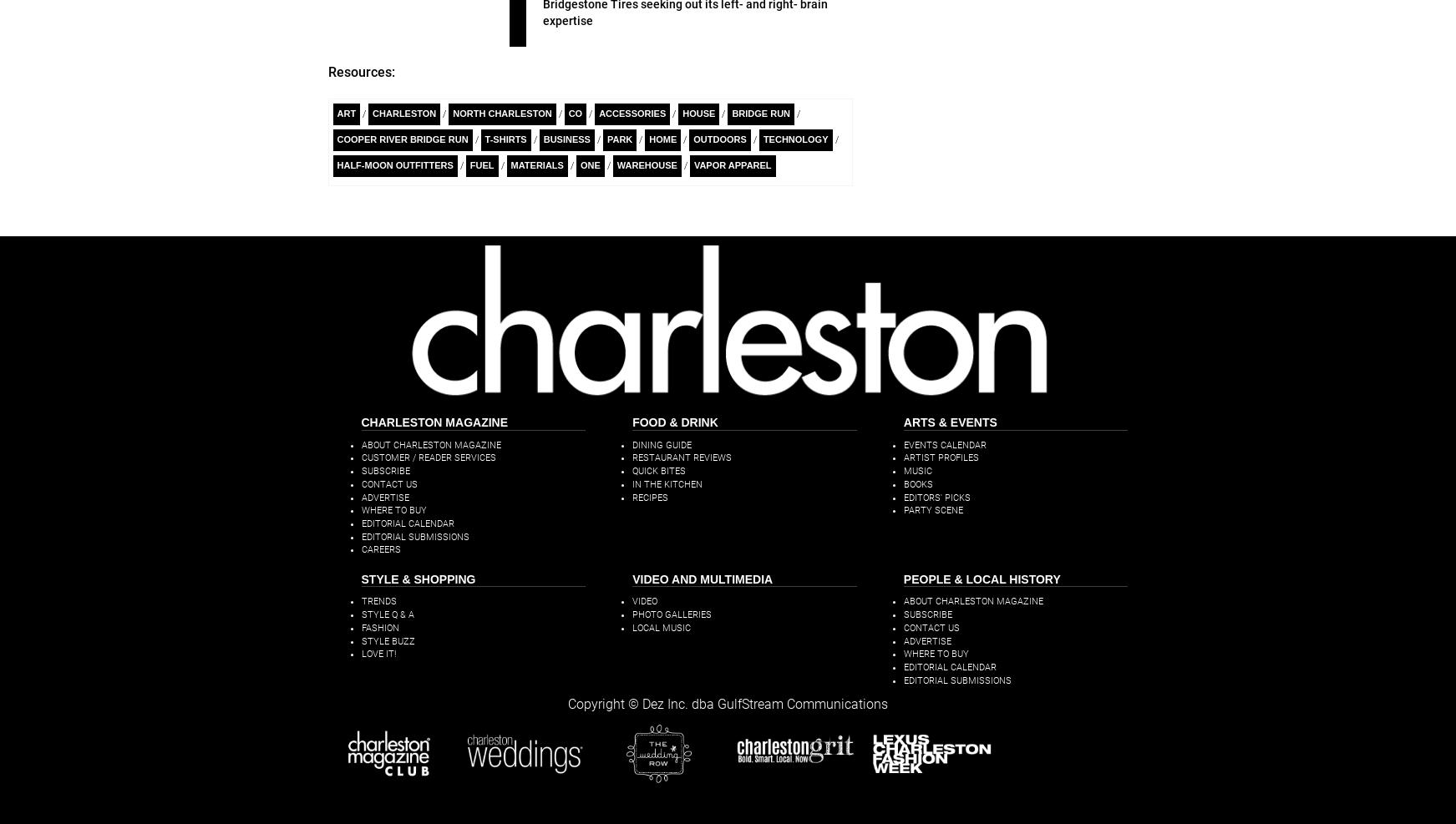  I want to click on 'PARTY SCENE', so click(931, 509).